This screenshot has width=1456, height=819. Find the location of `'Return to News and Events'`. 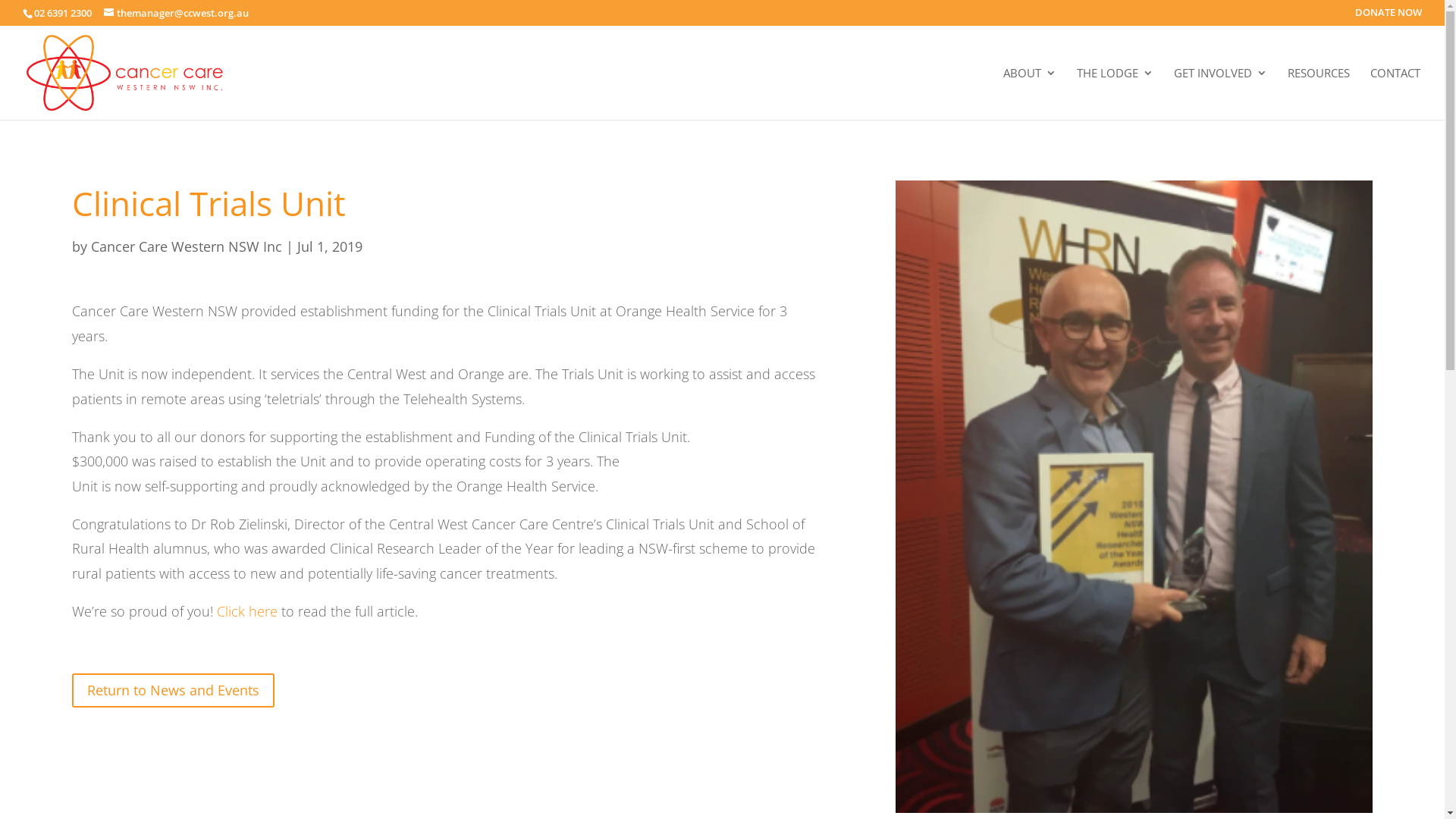

'Return to News and Events' is located at coordinates (173, 690).